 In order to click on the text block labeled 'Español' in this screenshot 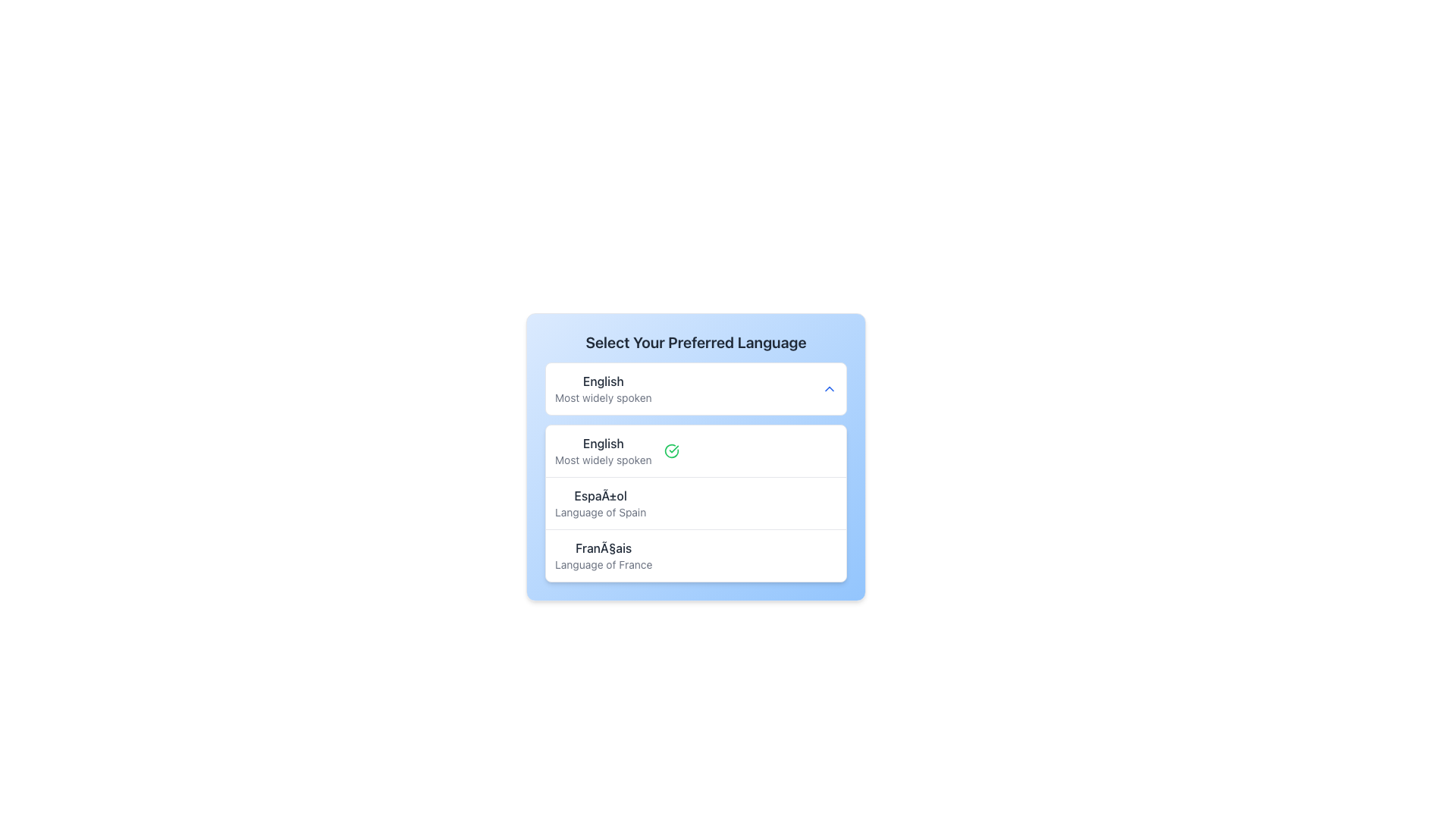, I will do `click(600, 503)`.